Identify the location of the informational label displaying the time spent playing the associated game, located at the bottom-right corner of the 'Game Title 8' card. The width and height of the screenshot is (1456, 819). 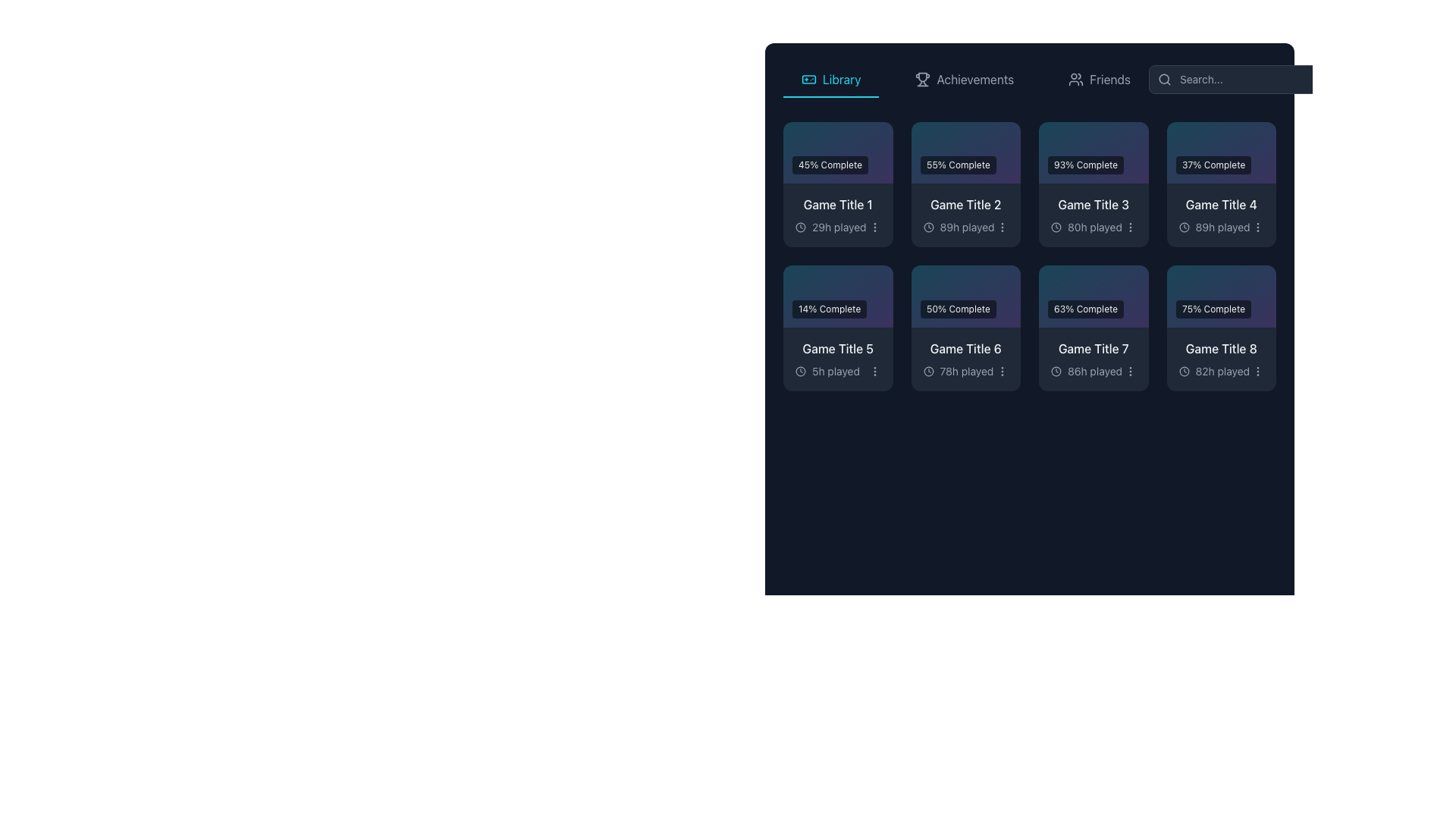
(1214, 371).